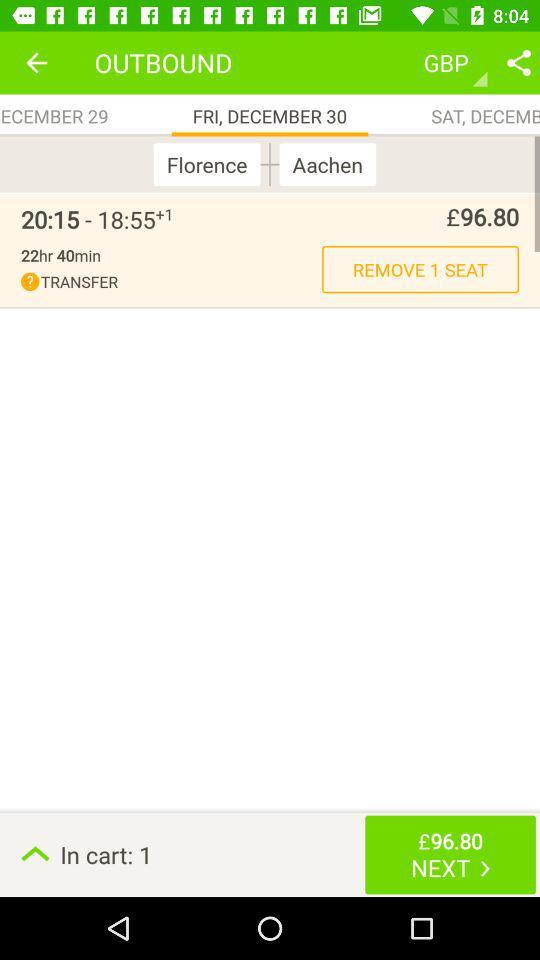  I want to click on location, so click(518, 62).